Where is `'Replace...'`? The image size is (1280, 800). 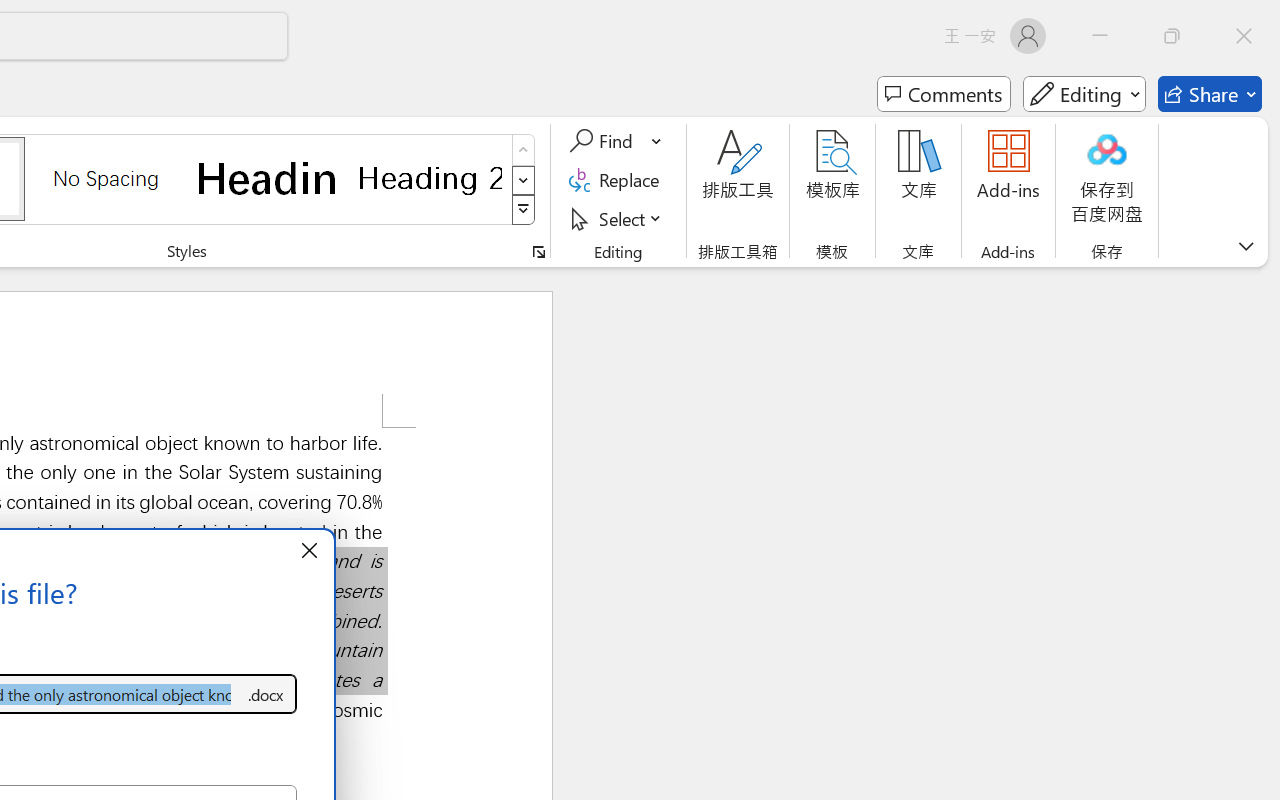
'Replace...' is located at coordinates (616, 179).